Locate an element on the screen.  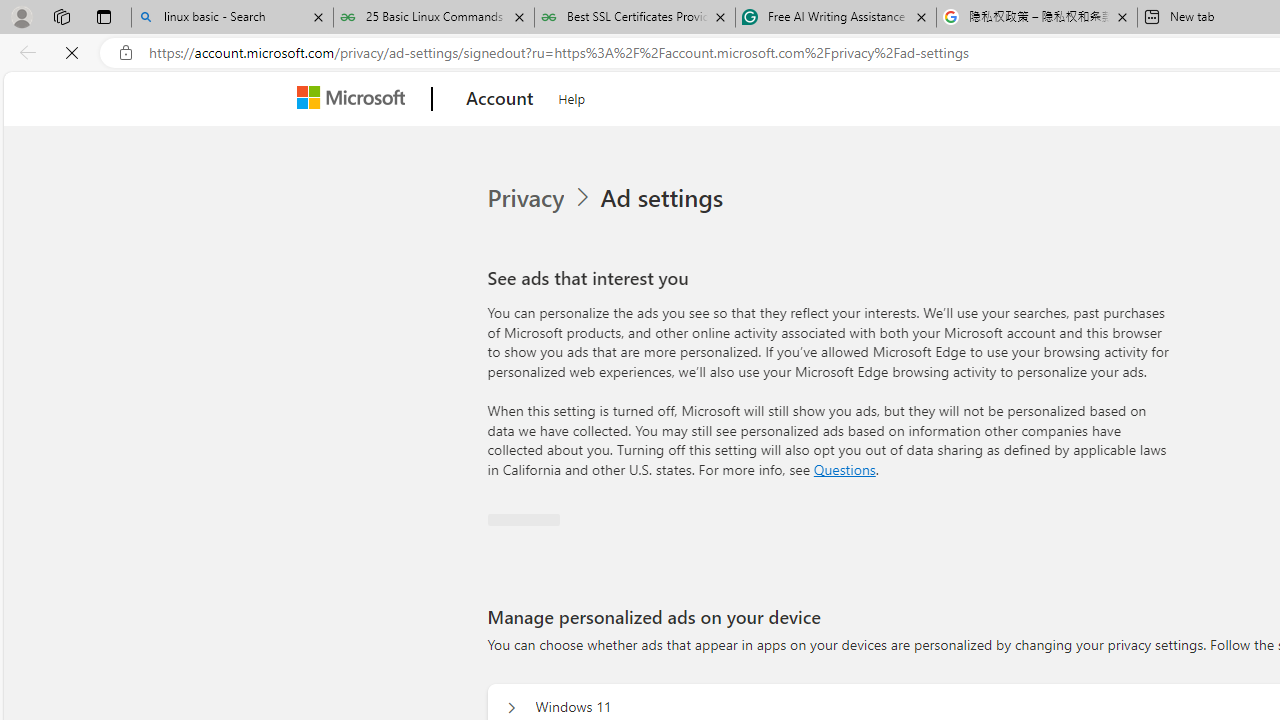
'Best SSL Certificates Provider in India - GeeksforGeeks' is located at coordinates (633, 17).